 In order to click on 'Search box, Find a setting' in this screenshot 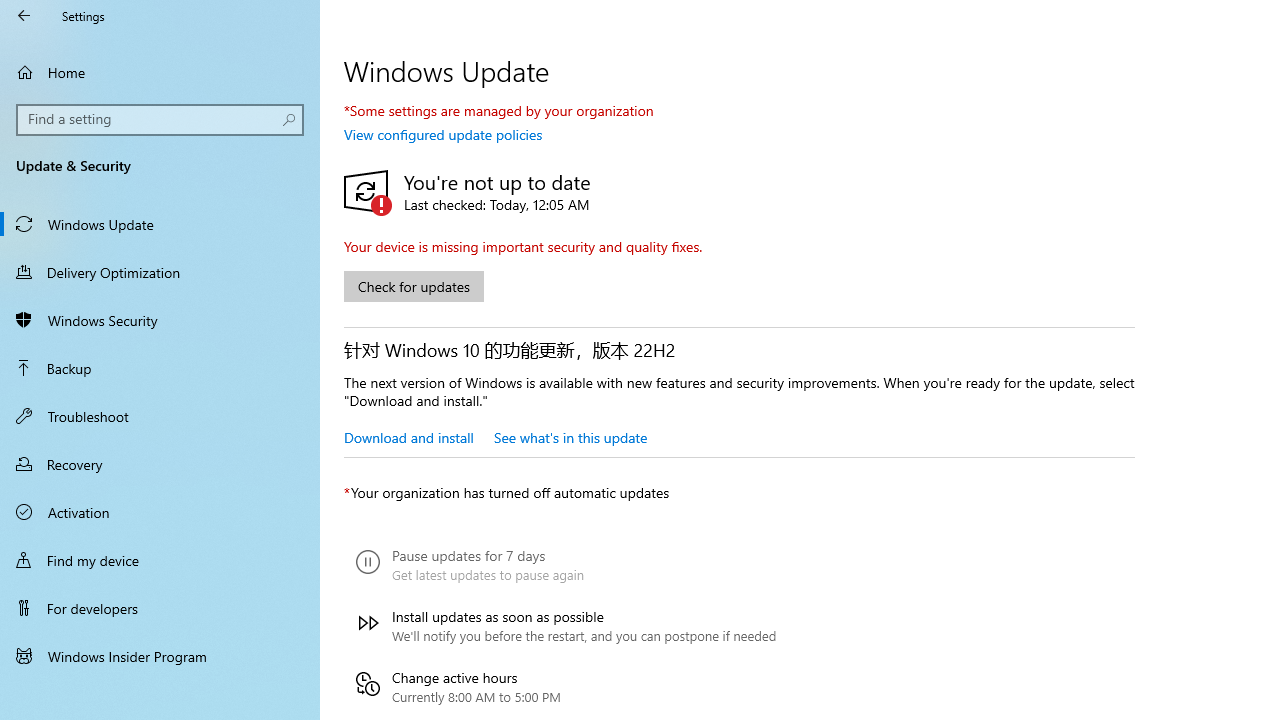, I will do `click(160, 119)`.